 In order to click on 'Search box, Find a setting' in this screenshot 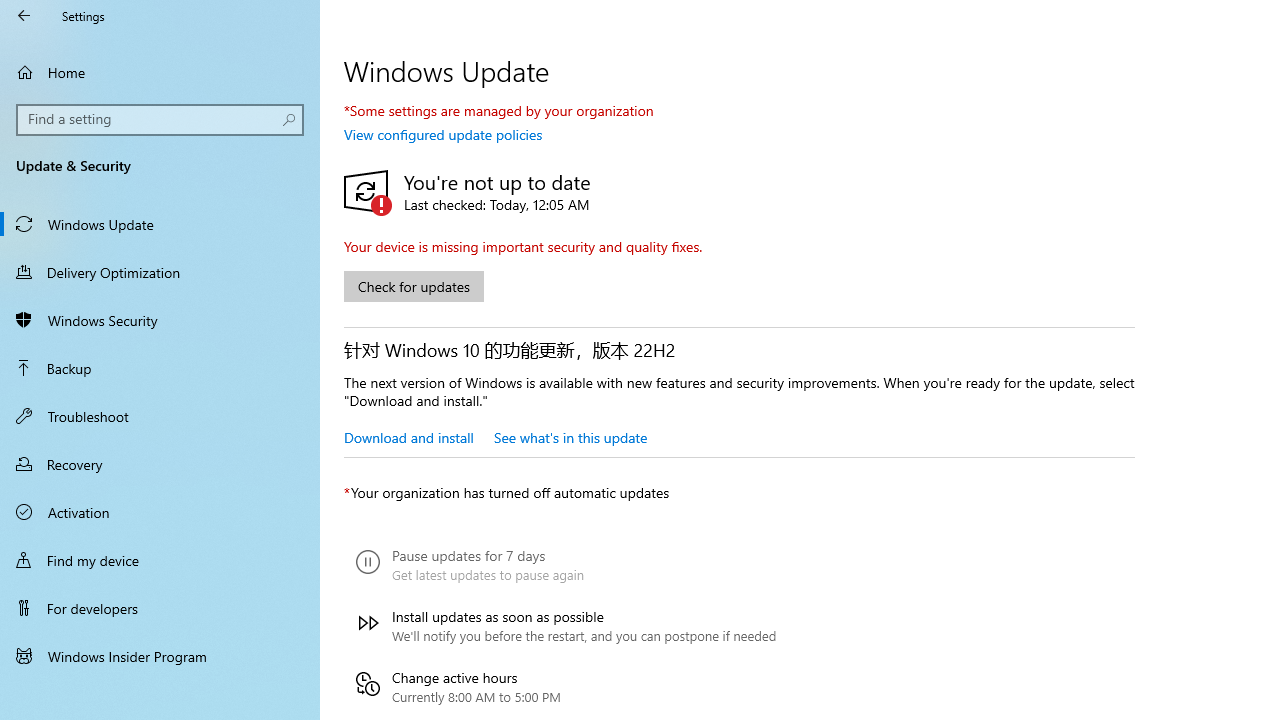, I will do `click(160, 119)`.